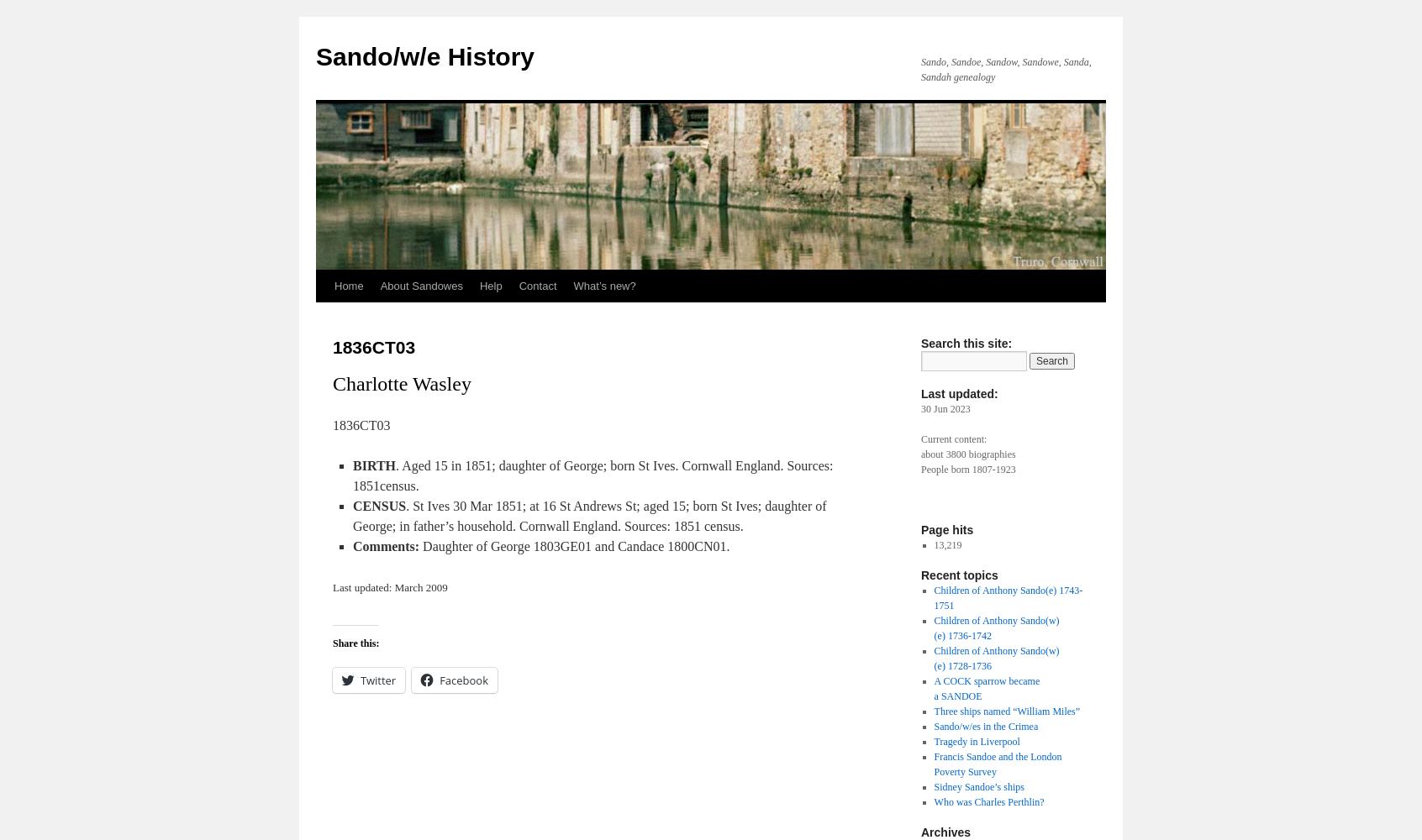 Image resolution: width=1422 pixels, height=840 pixels. What do you see at coordinates (378, 505) in the screenshot?
I see `'CENSUS'` at bounding box center [378, 505].